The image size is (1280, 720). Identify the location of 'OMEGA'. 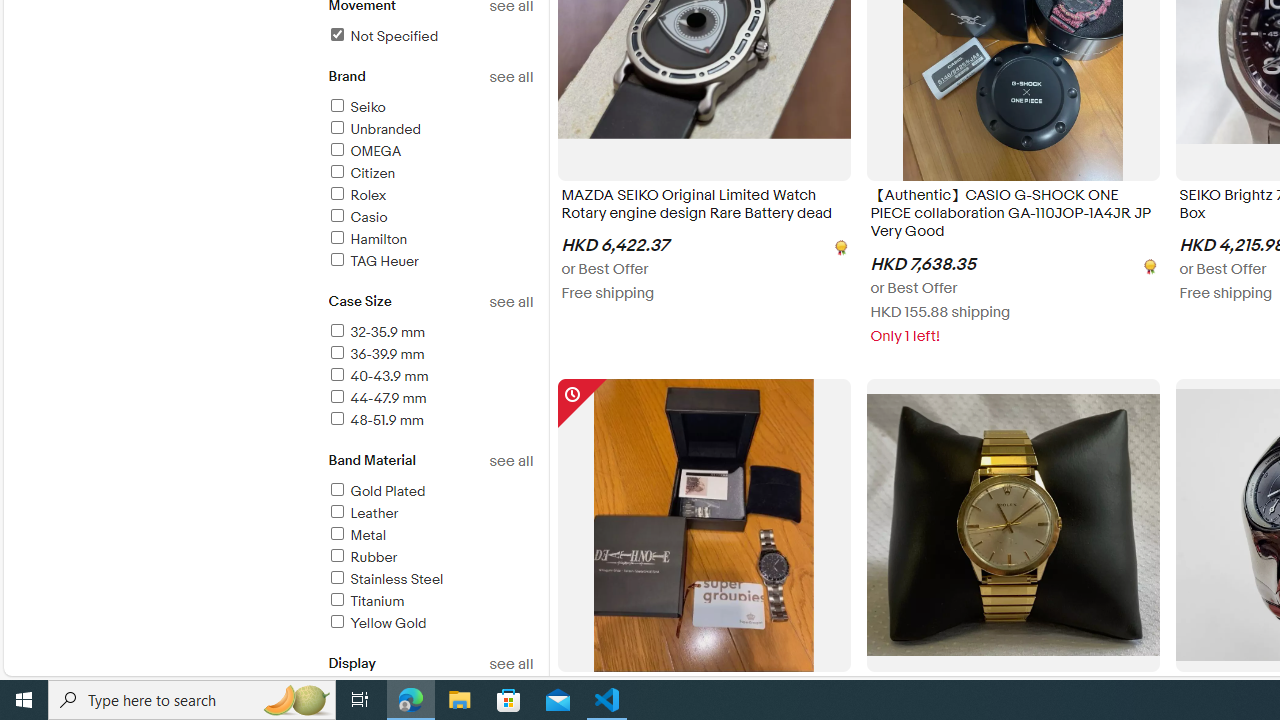
(364, 150).